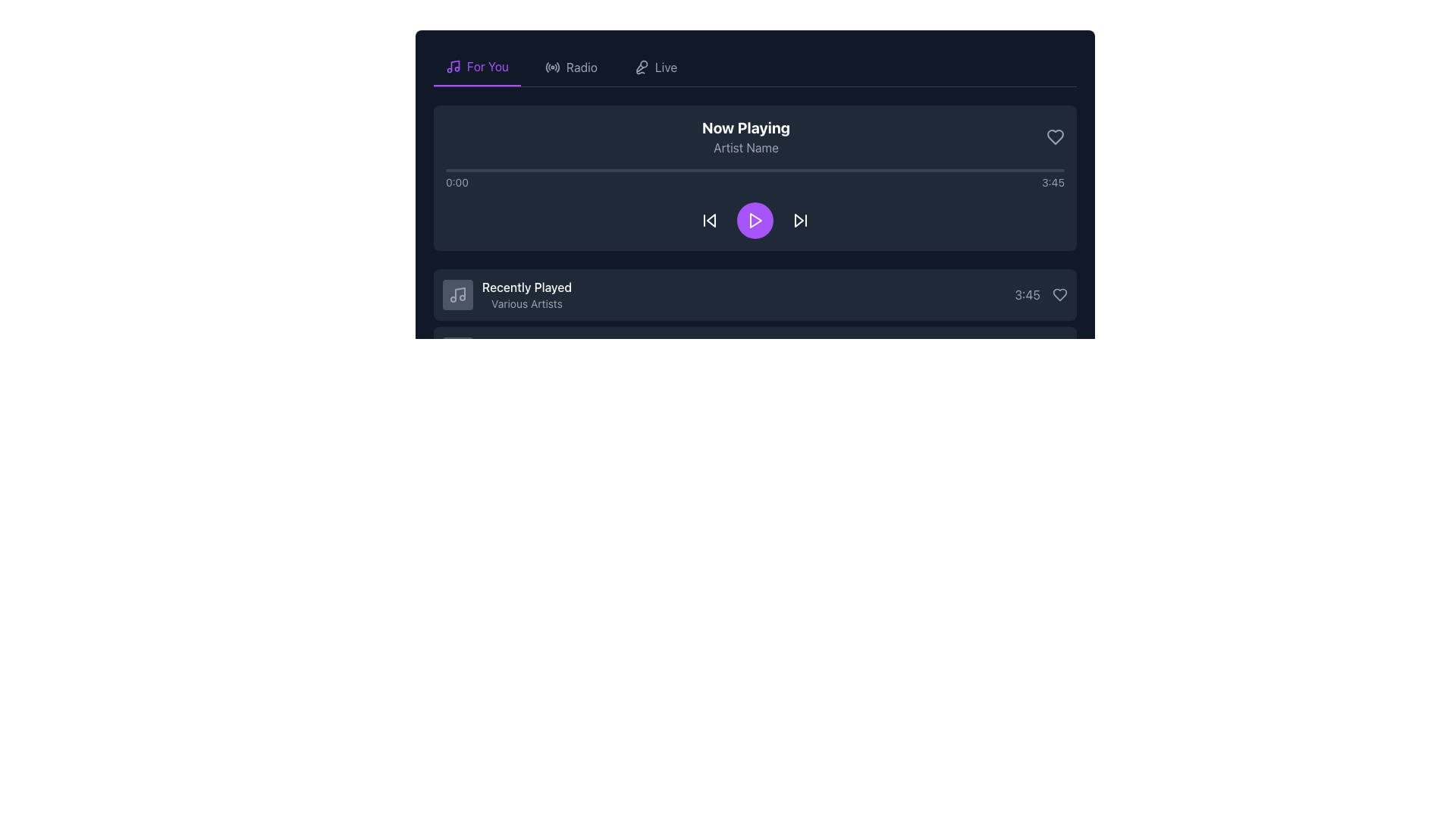  What do you see at coordinates (457, 295) in the screenshot?
I see `the graphical icon representing a music track or playlist located in the 'Recently Played' section beside the text 'Recently Played' and 'Various Artists' for further interaction` at bounding box center [457, 295].